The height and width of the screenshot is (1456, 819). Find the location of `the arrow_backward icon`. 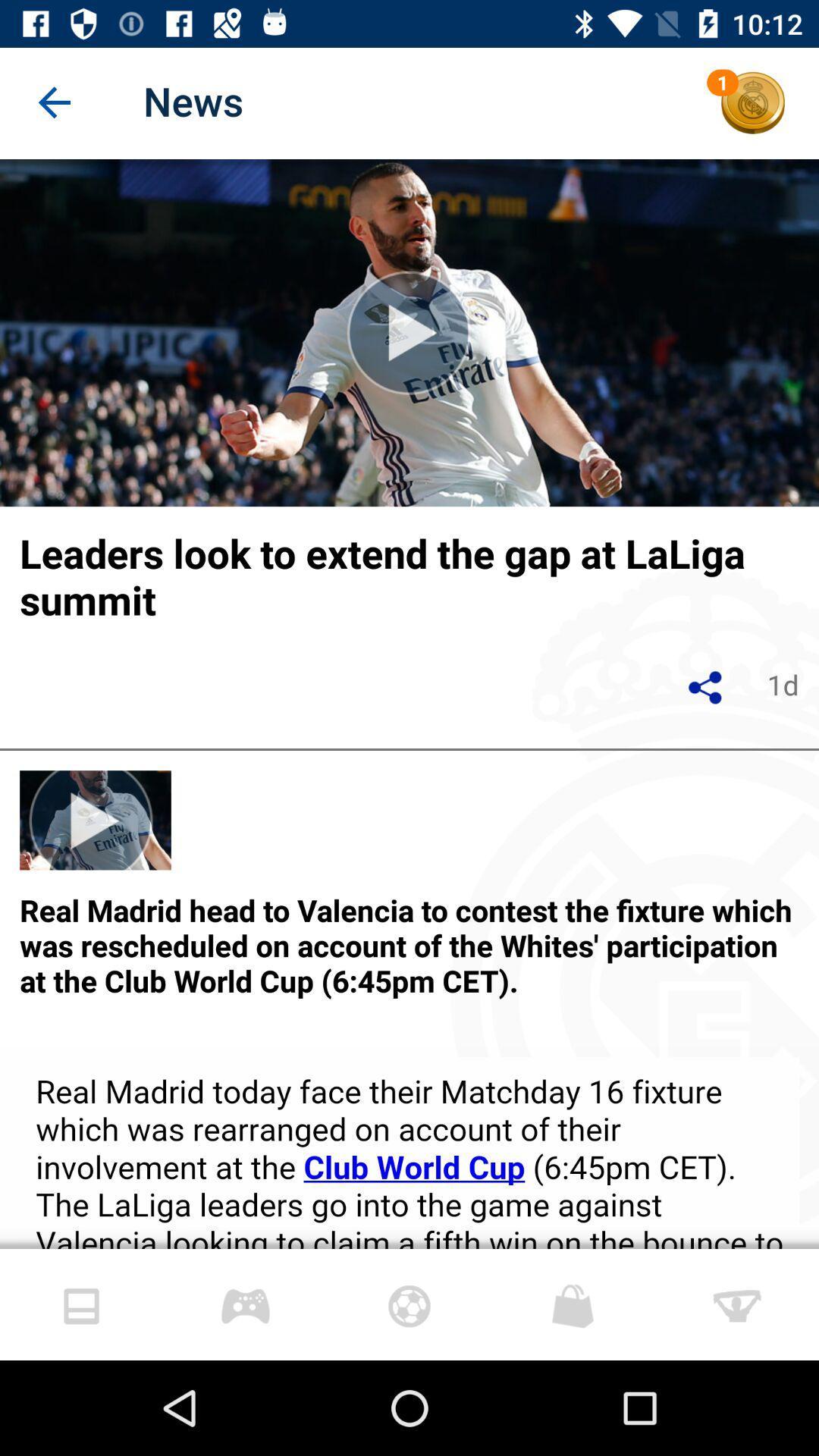

the arrow_backward icon is located at coordinates (55, 102).